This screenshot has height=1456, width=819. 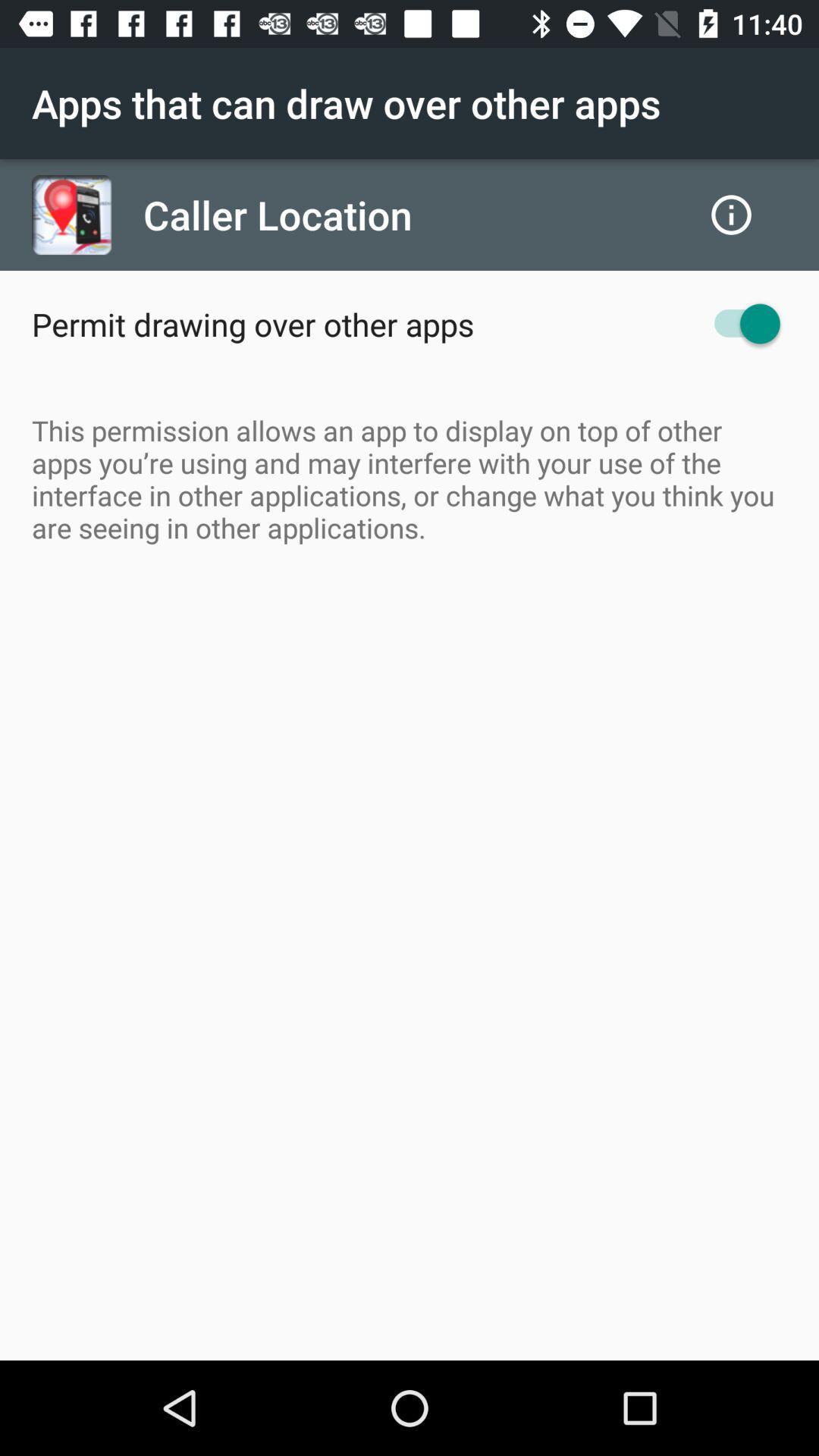 I want to click on the info icon, so click(x=730, y=214).